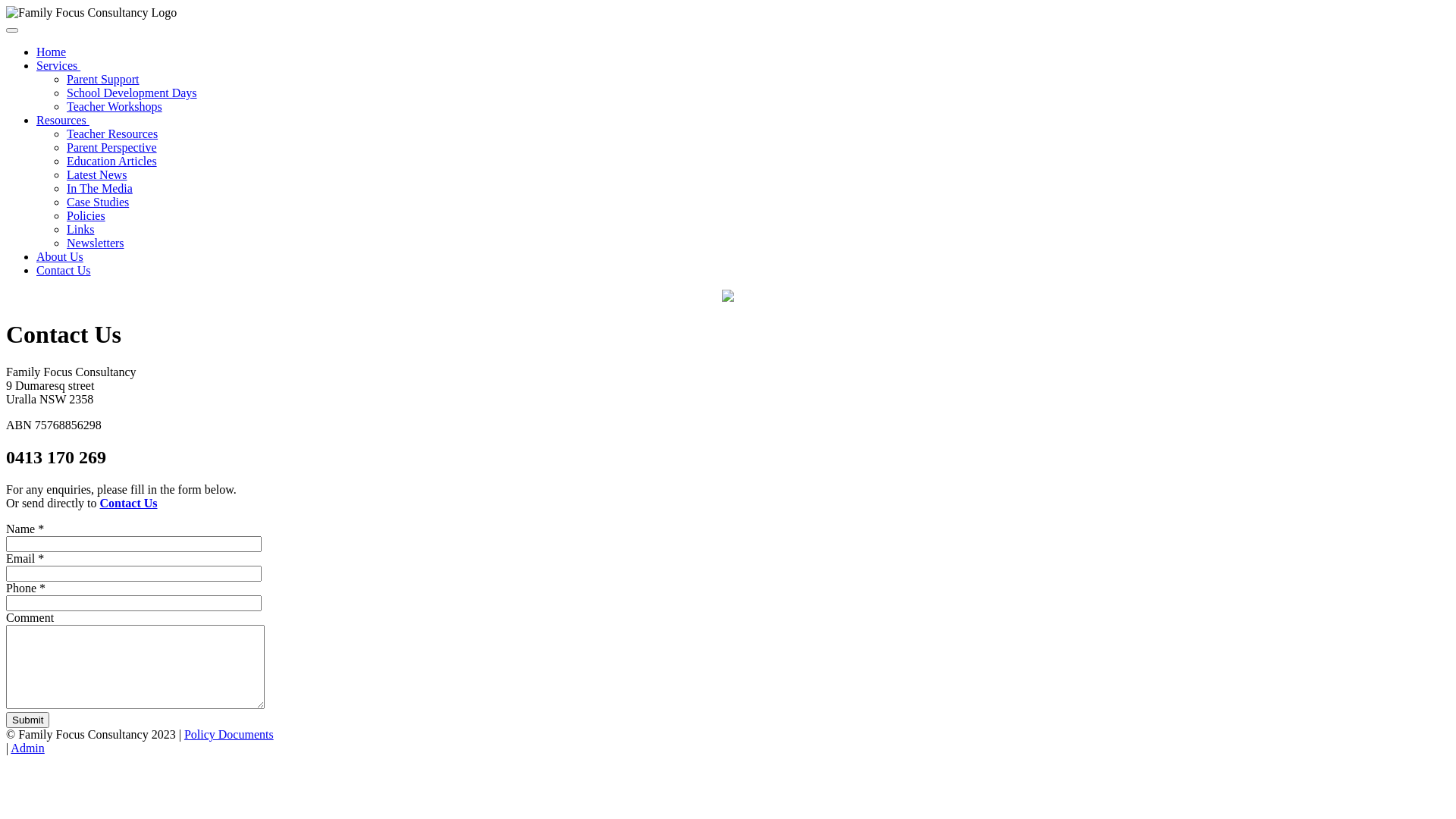 The width and height of the screenshot is (1456, 819). I want to click on 'Links', so click(79, 229).